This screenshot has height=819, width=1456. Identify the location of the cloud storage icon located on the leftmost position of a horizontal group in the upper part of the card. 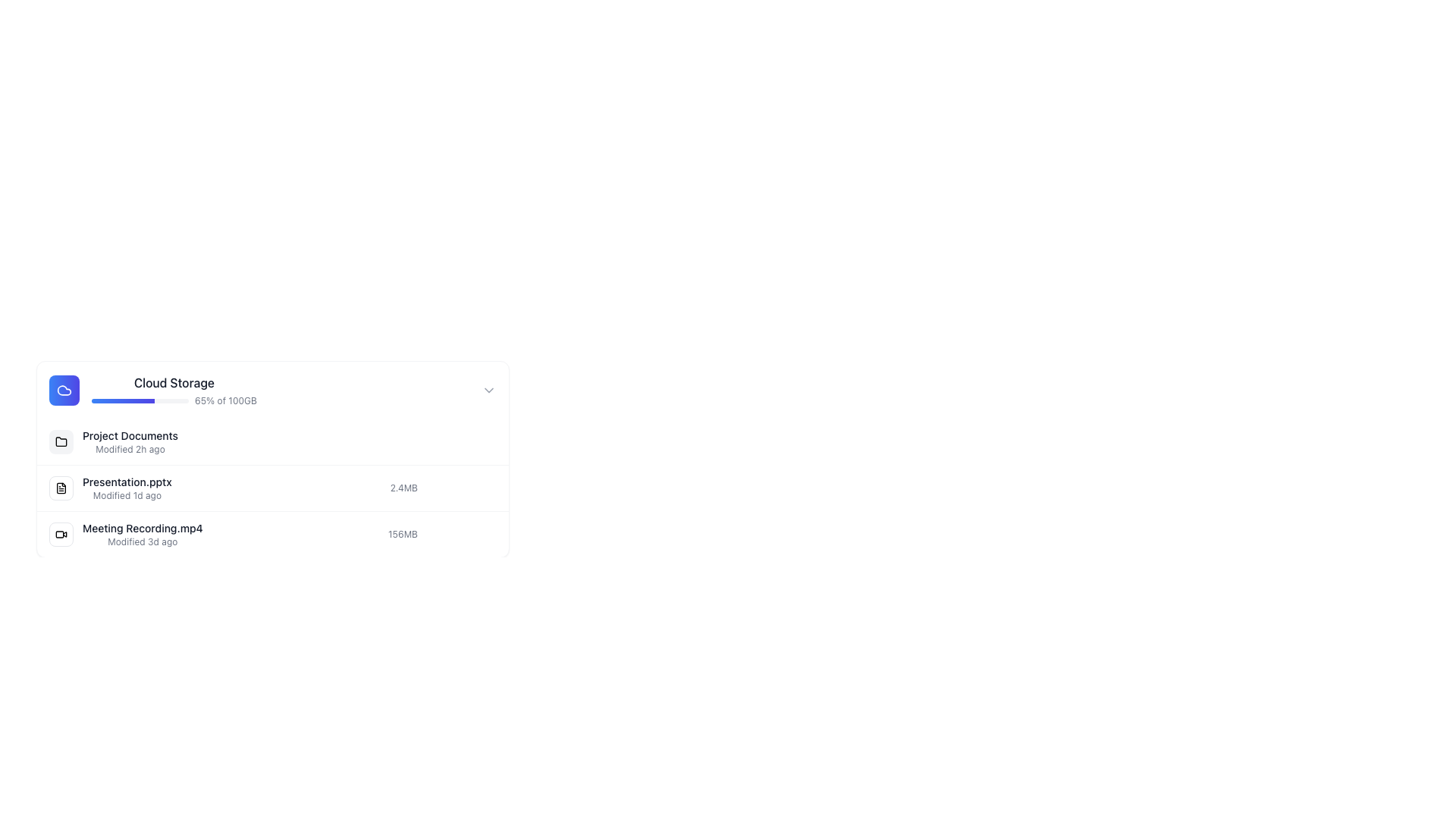
(64, 390).